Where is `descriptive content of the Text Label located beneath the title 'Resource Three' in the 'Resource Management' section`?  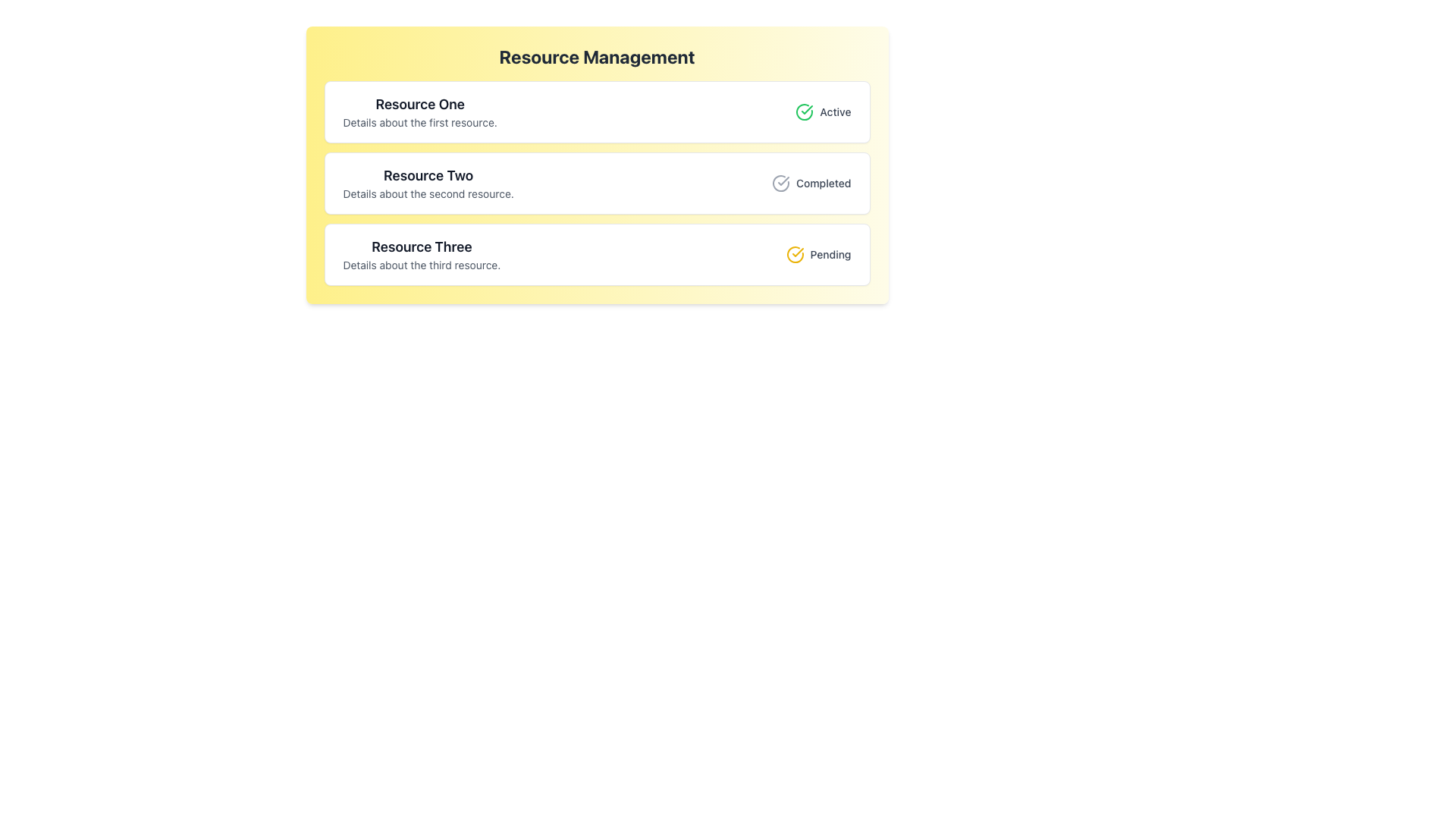
descriptive content of the Text Label located beneath the title 'Resource Three' in the 'Resource Management' section is located at coordinates (422, 265).